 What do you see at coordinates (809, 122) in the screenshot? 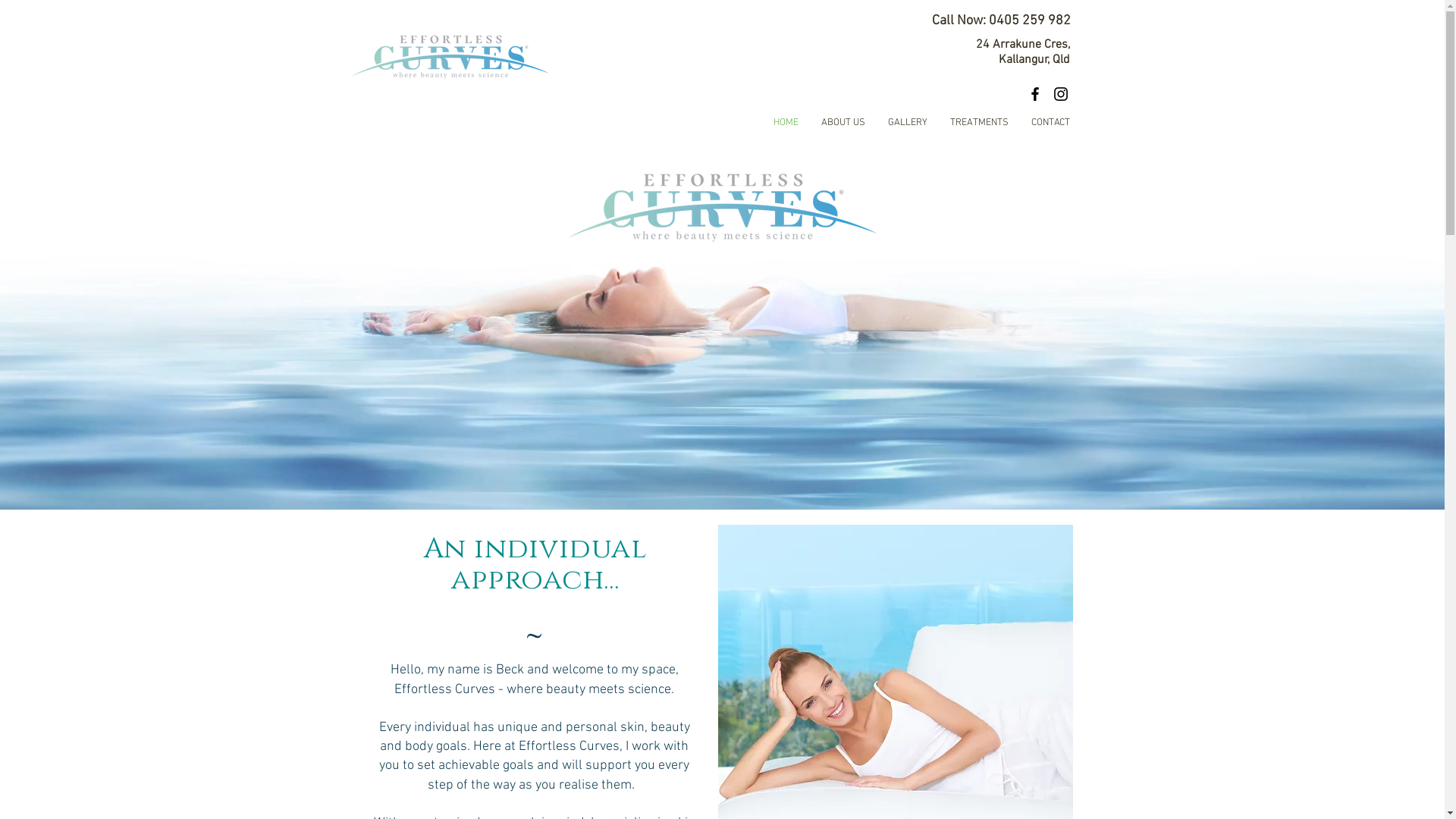
I see `'ABOUT US'` at bounding box center [809, 122].